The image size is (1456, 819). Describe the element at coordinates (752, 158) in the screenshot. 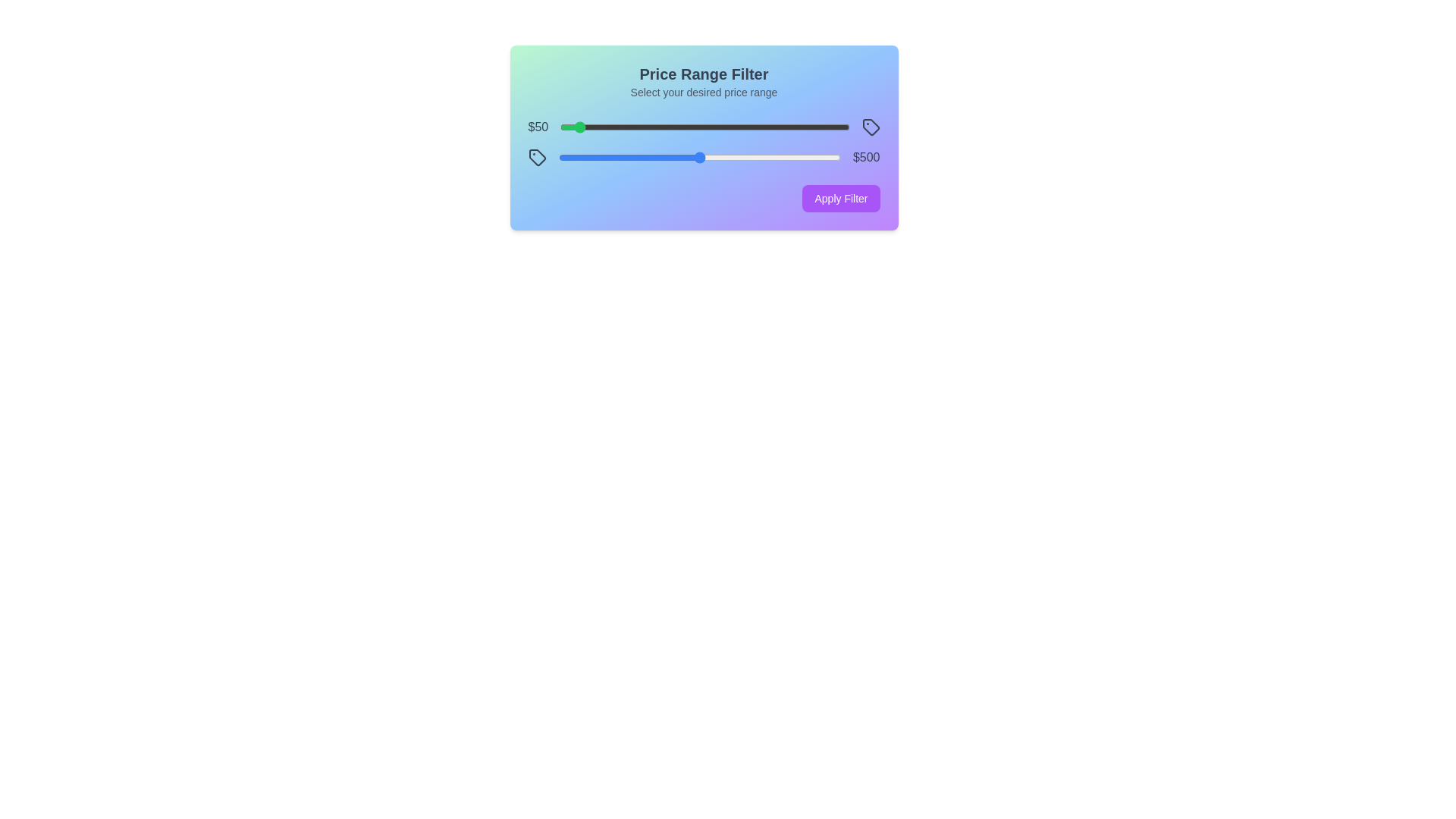

I see `the maximum price slider to 688` at that location.